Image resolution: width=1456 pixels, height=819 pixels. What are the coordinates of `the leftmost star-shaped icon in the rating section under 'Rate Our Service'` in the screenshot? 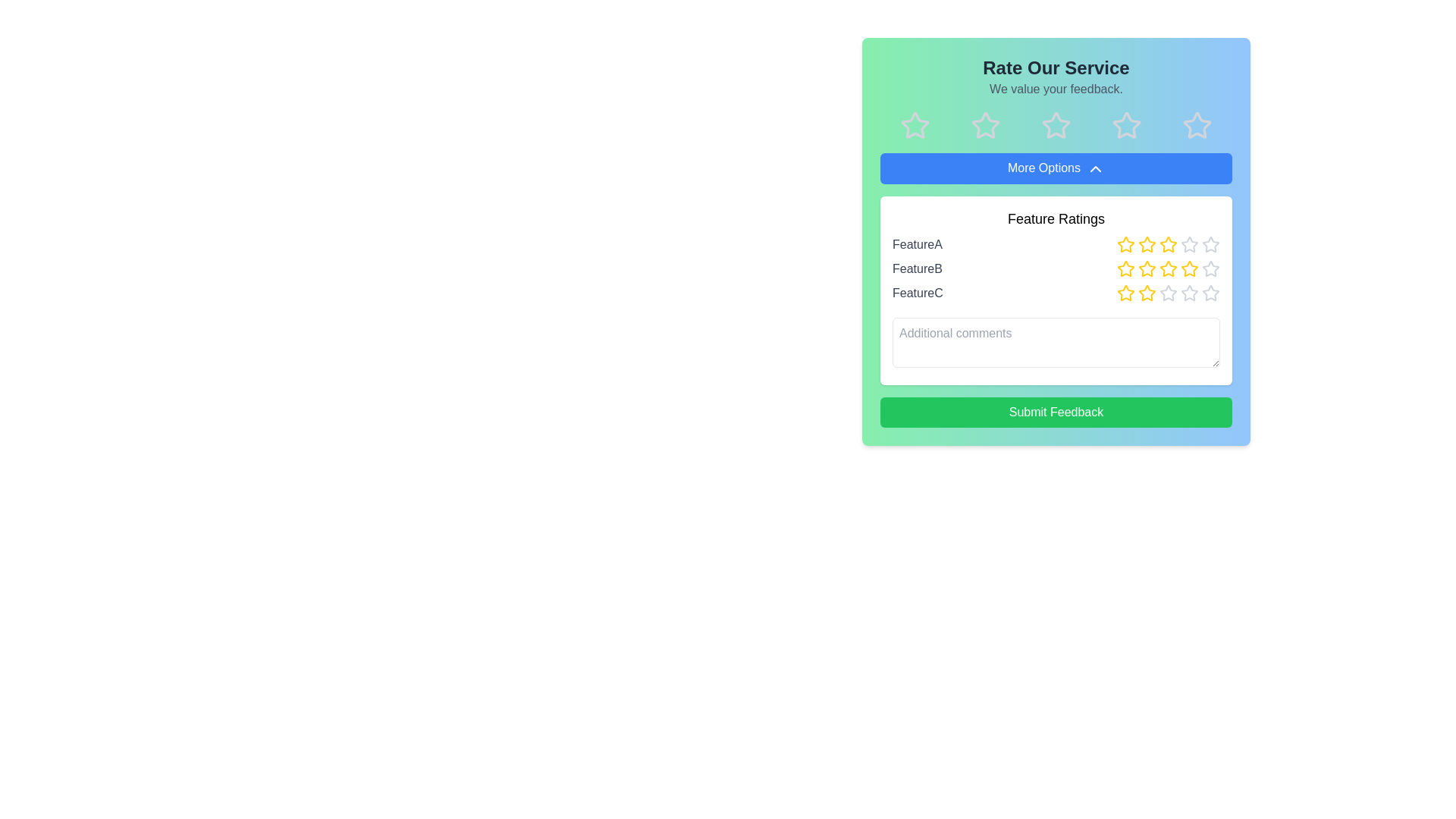 It's located at (915, 124).